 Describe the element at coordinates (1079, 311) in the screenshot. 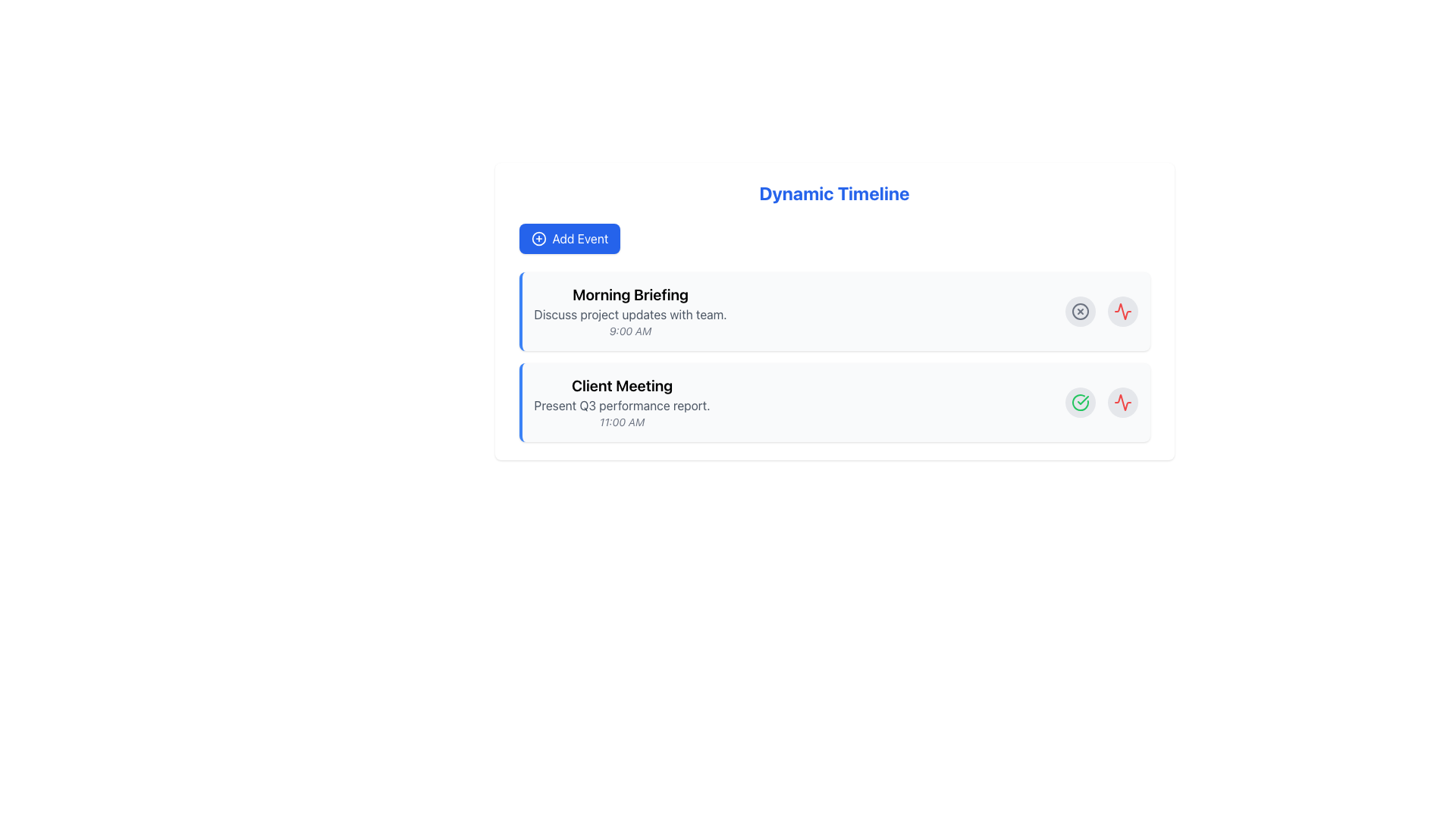

I see `the dismiss or delete button located to the right of the 'Morning Briefing' task entry` at that location.